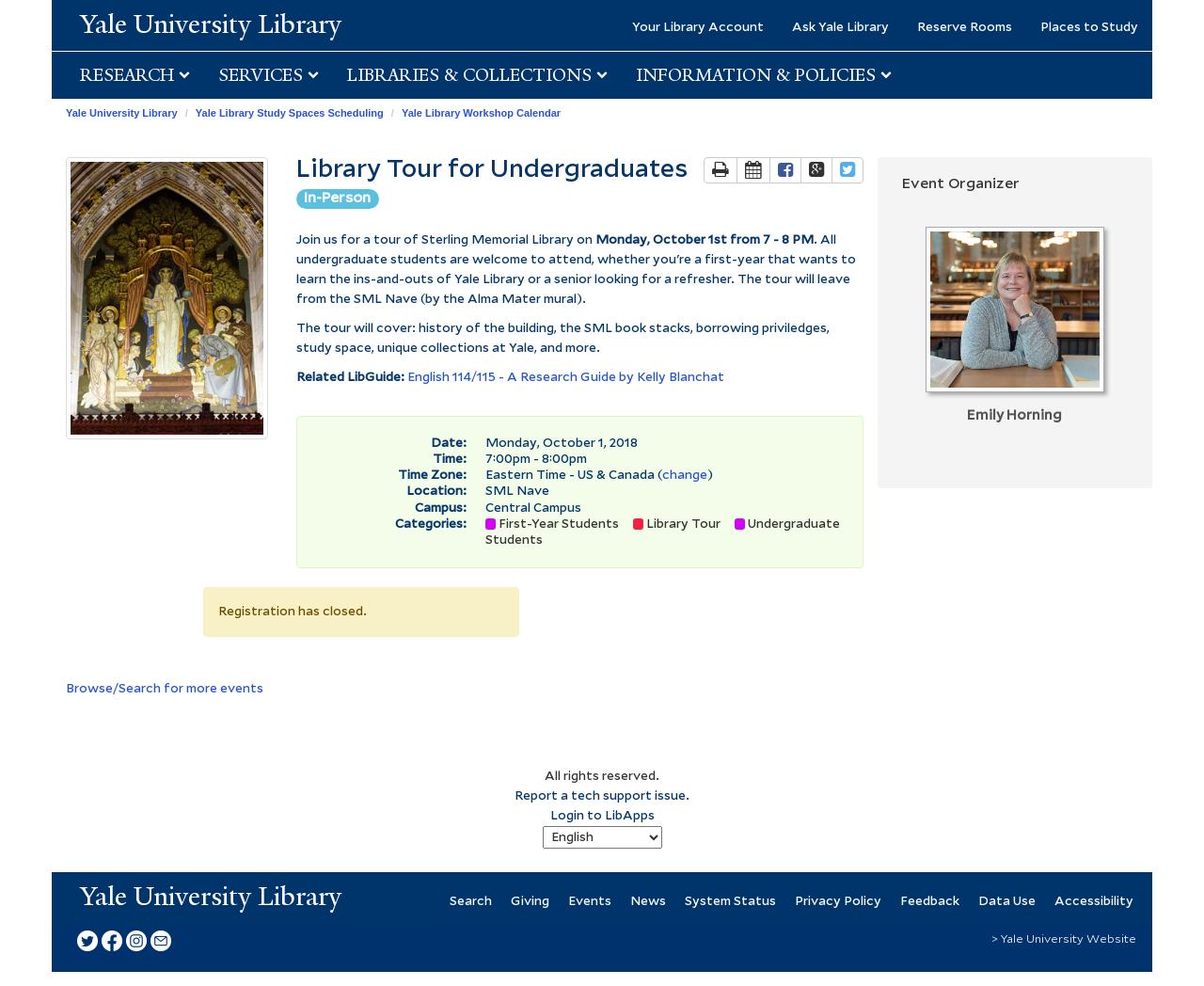 This screenshot has height=986, width=1204. Describe the element at coordinates (683, 900) in the screenshot. I see `'System Status'` at that location.